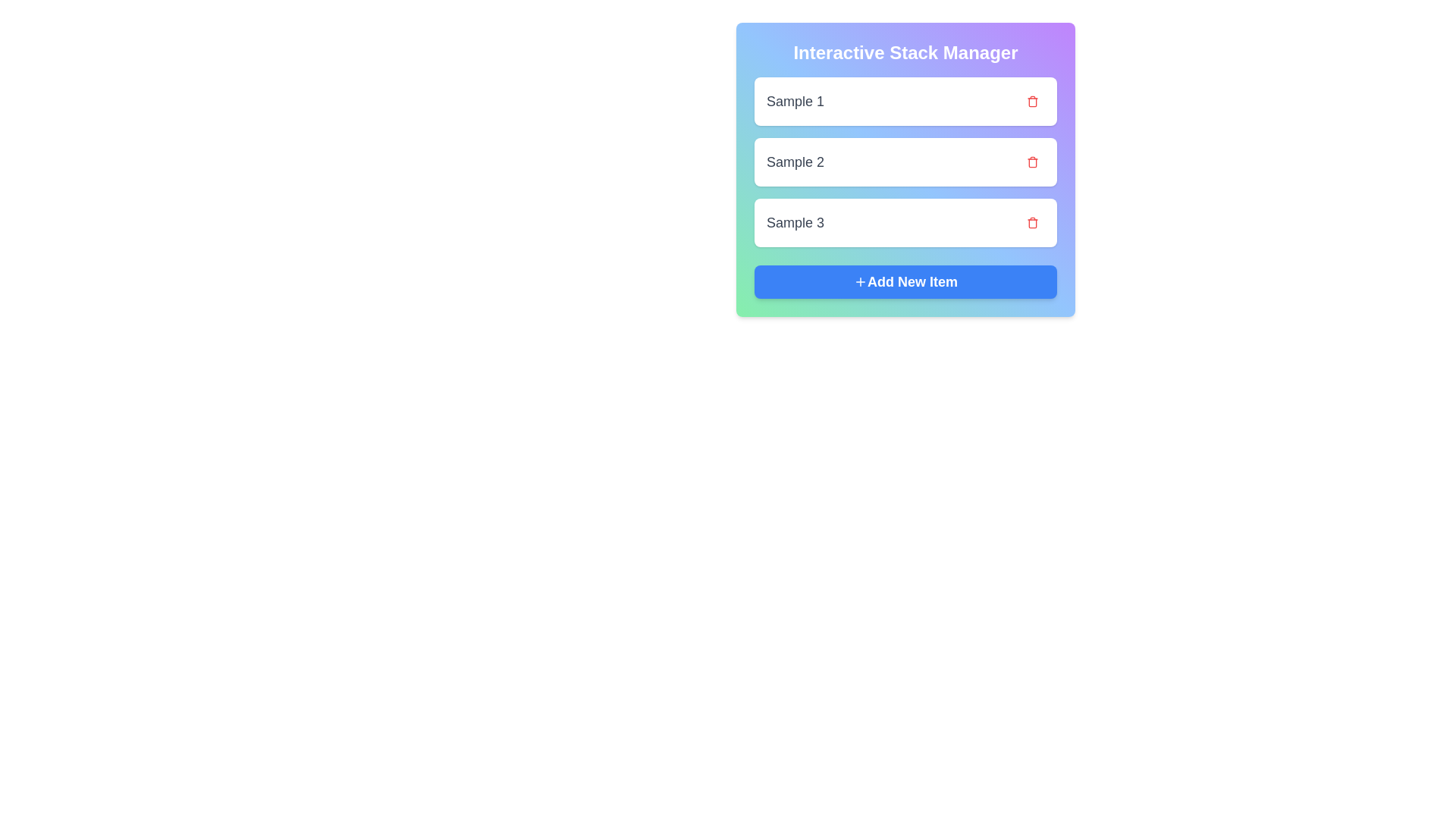 The height and width of the screenshot is (819, 1456). I want to click on the delete button located at the upper-right corner of the panel associated with 'Sample 1', so click(1032, 102).